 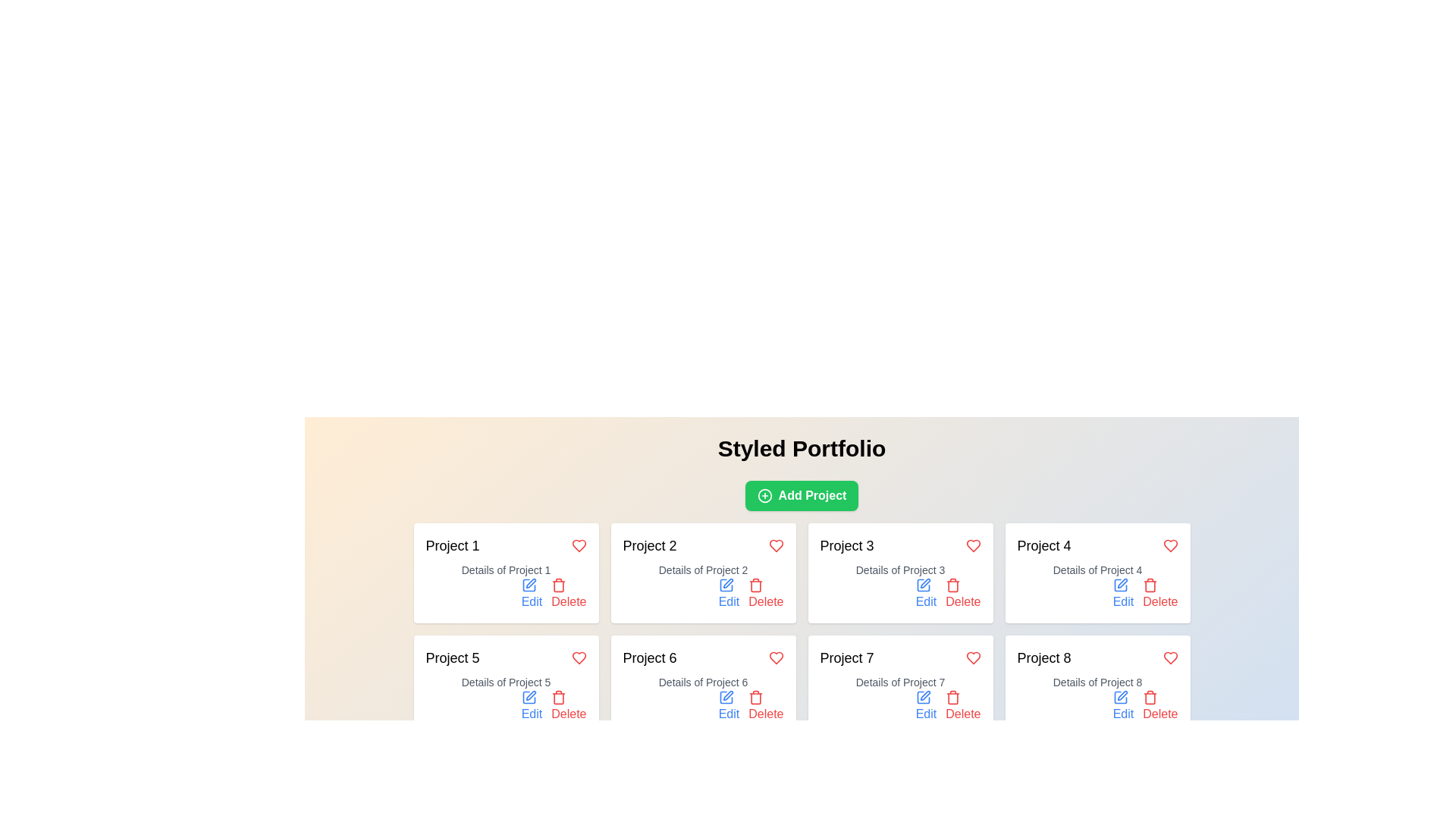 What do you see at coordinates (764, 496) in the screenshot?
I see `the circular icon with a plus sign located inside the 'Add Project' button, situated at the top-center of the user interface beneath the 'Styled Portfolio' header` at bounding box center [764, 496].